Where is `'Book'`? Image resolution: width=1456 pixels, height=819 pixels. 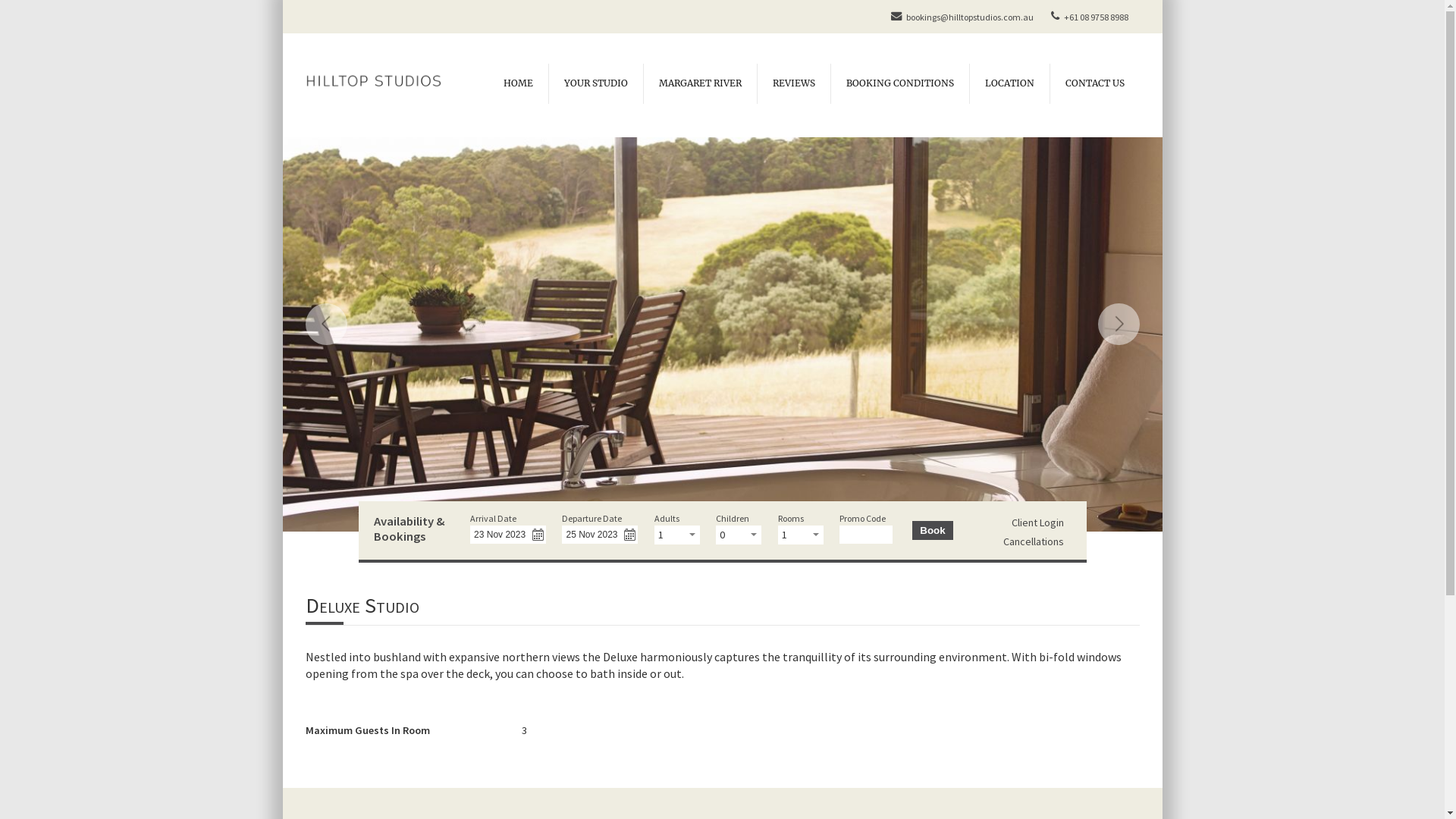 'Book' is located at coordinates (931, 529).